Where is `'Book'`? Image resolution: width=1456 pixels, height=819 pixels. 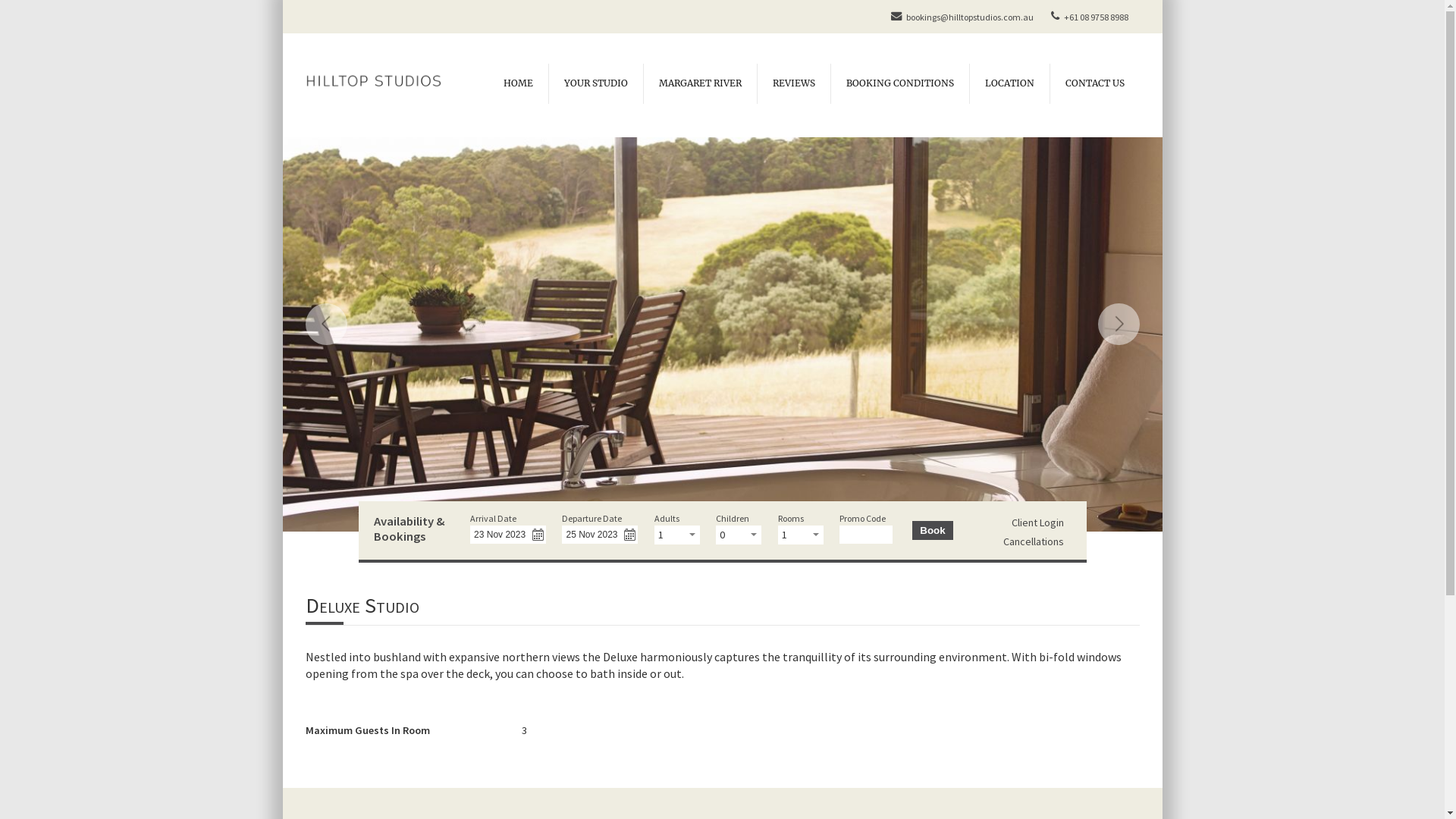 'Book' is located at coordinates (931, 529).